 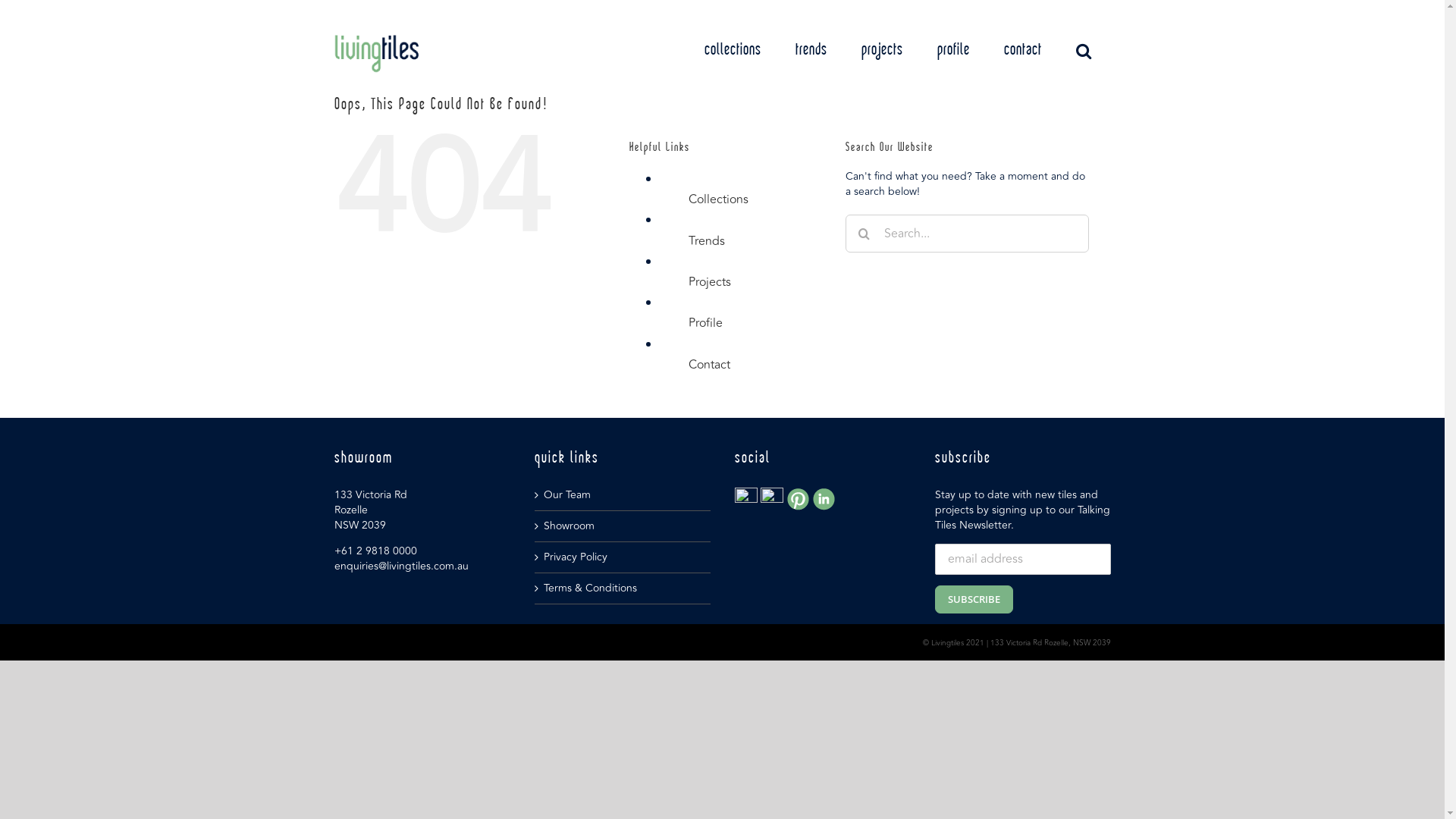 What do you see at coordinates (708, 365) in the screenshot?
I see `'Contact'` at bounding box center [708, 365].